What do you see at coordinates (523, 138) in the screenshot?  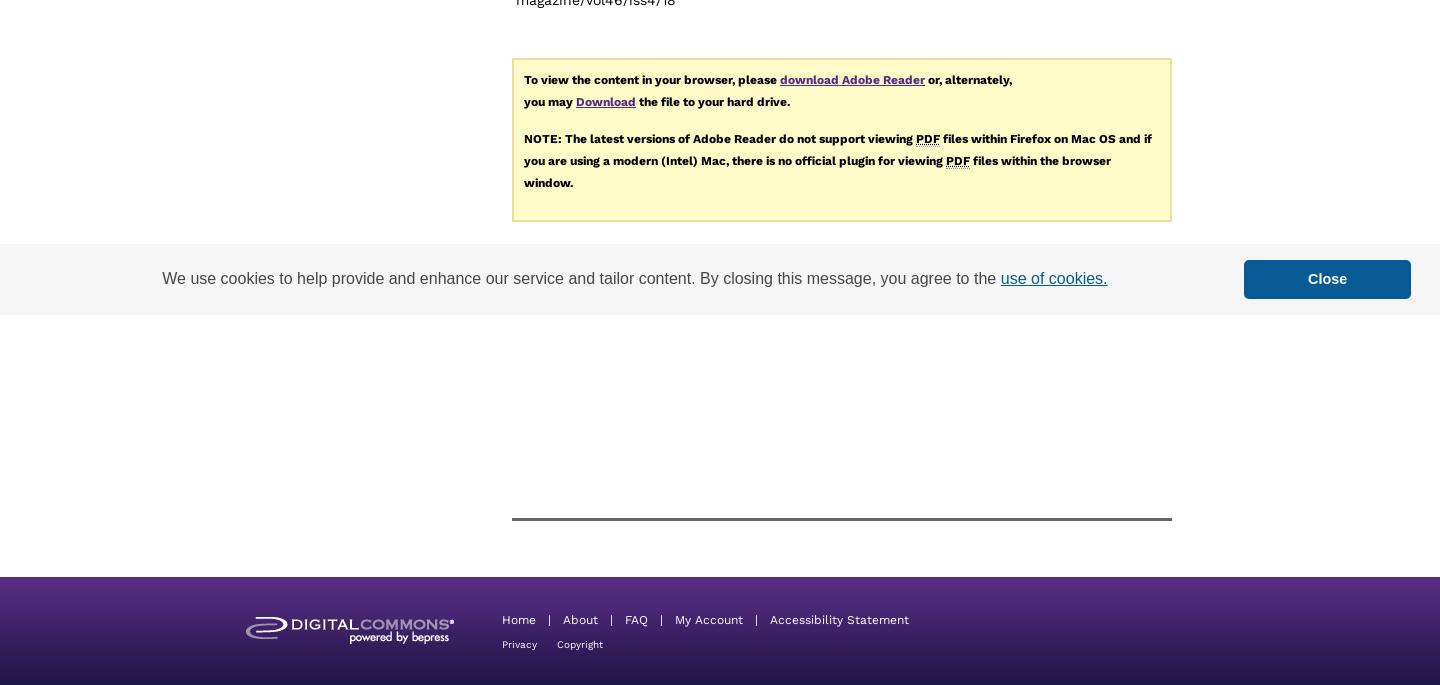 I see `'NOTE: The latest versions of Adobe Reader do not support viewing'` at bounding box center [523, 138].